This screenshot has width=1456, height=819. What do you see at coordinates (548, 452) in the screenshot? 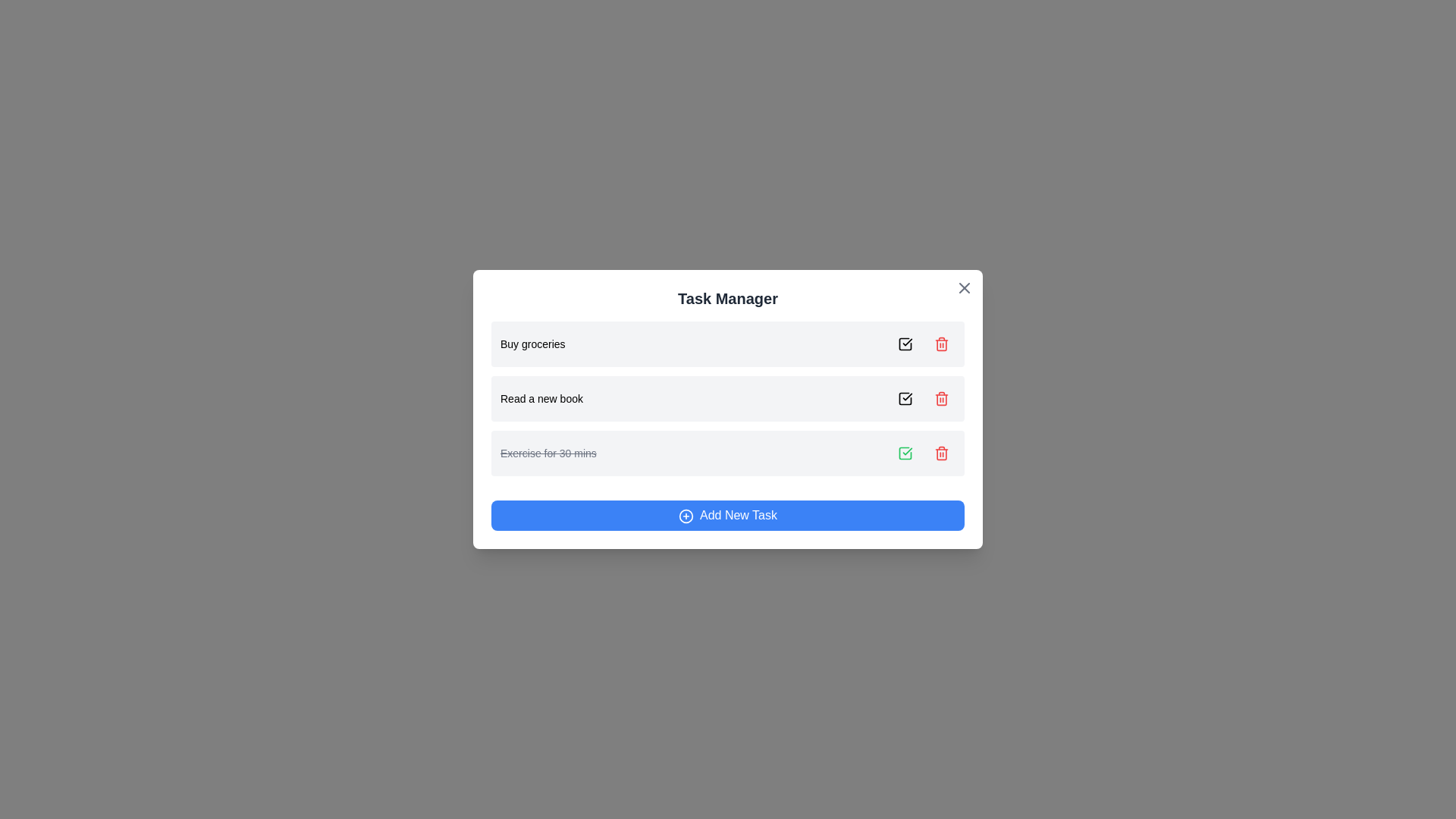
I see `the text label that displays a completed task description, which is styled with a strikethrough and located in the third task entry of the 'Task Manager' interface` at bounding box center [548, 452].